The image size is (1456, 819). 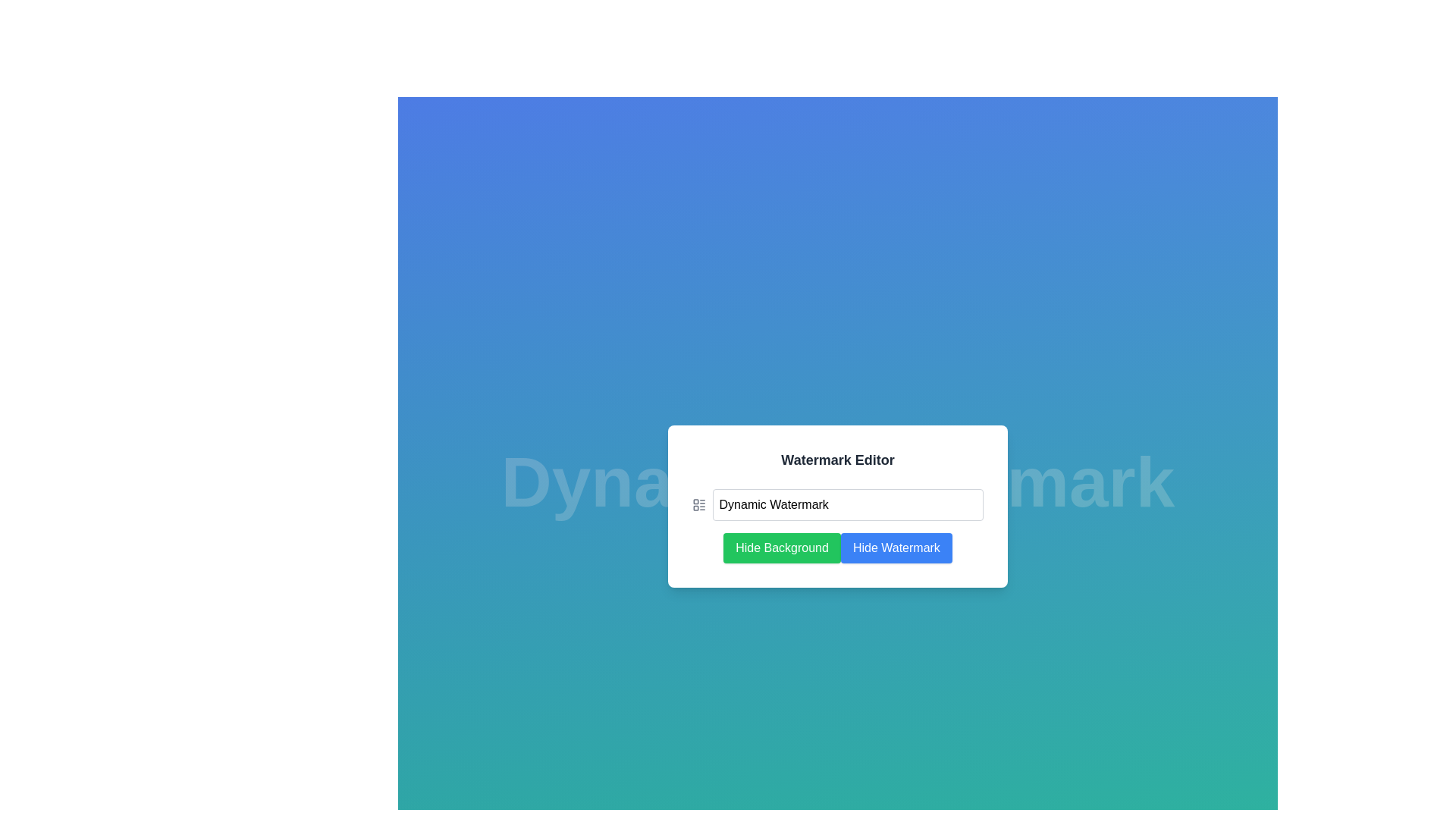 I want to click on the 'Watermark Editor' text label, which is displayed in bold dark gray font and serves as a header in a dialog interface, so click(x=836, y=459).